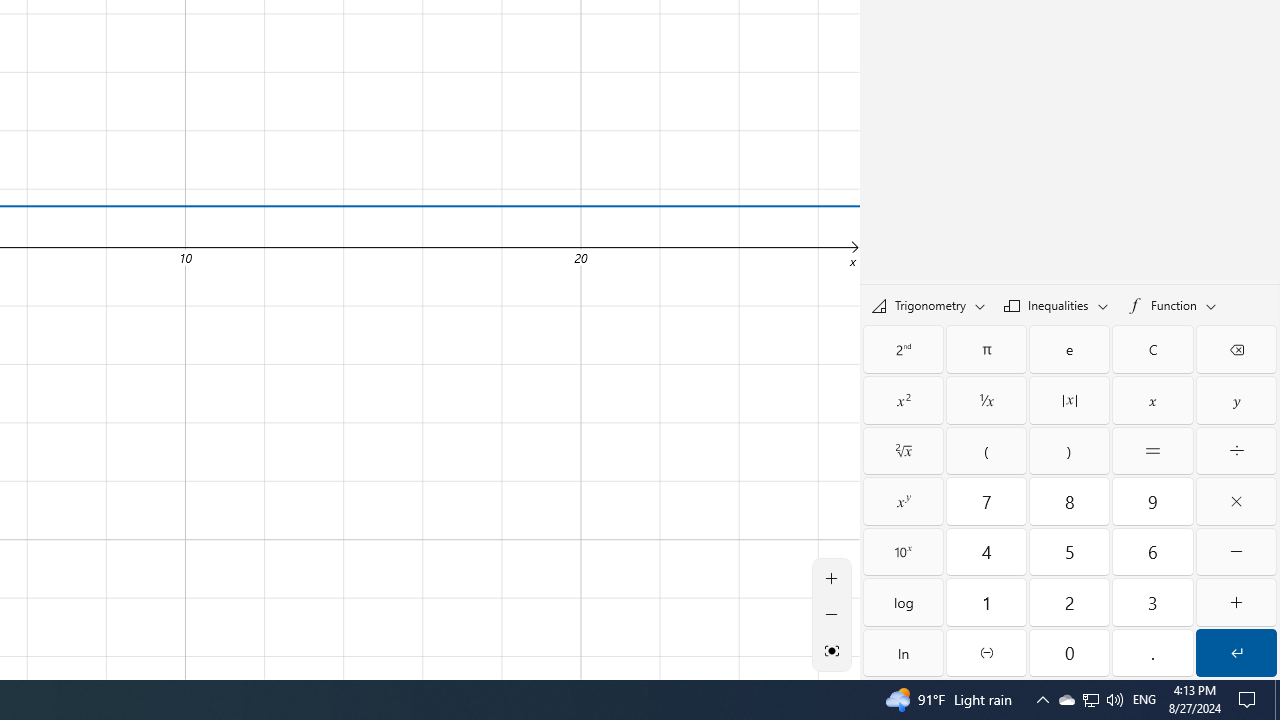 This screenshot has height=720, width=1280. I want to click on 'Decimal separator', so click(1153, 653).